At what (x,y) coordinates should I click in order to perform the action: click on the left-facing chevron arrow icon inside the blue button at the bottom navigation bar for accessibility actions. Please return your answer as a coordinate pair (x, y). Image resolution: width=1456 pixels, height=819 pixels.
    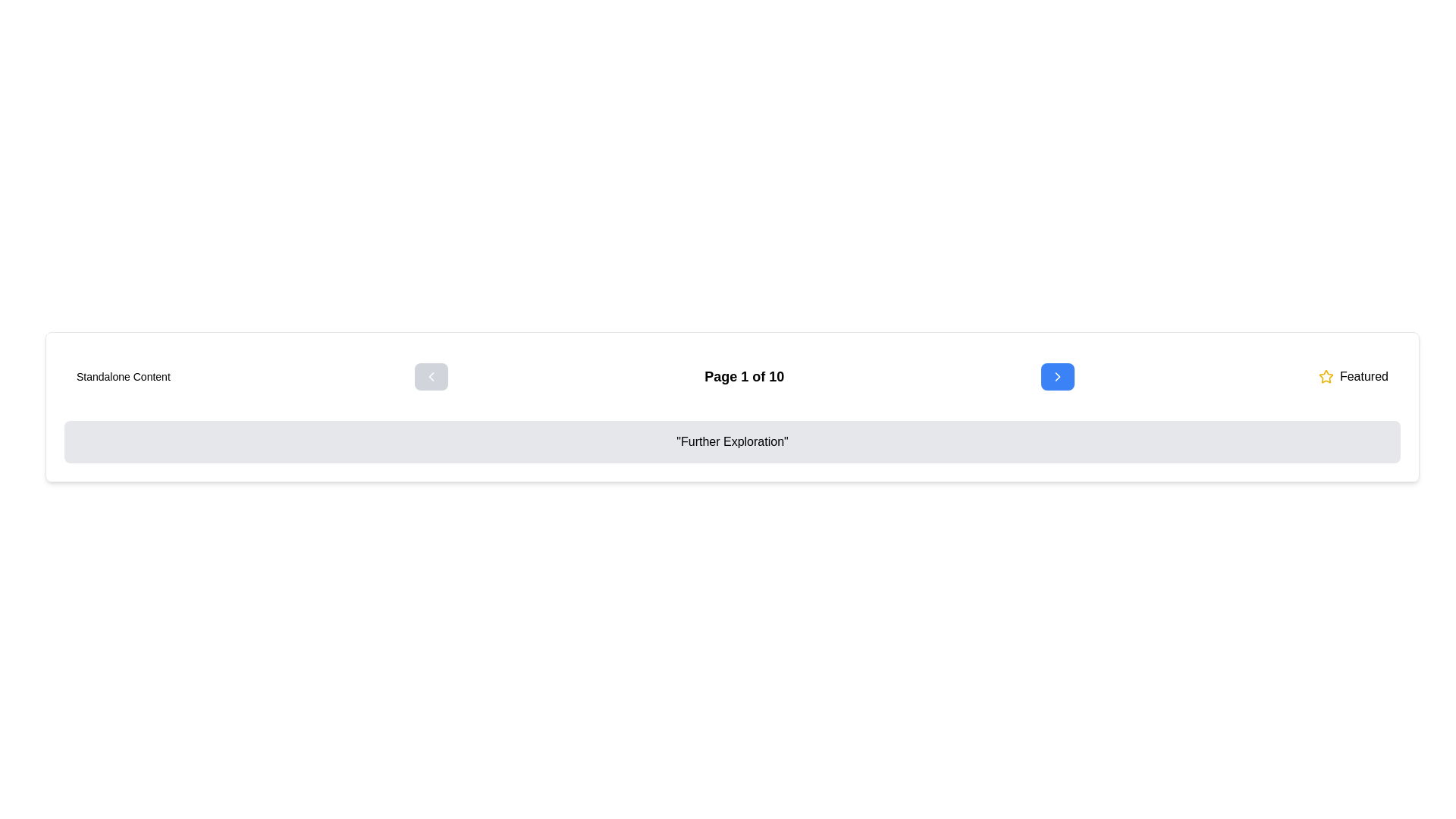
    Looking at the image, I should click on (431, 376).